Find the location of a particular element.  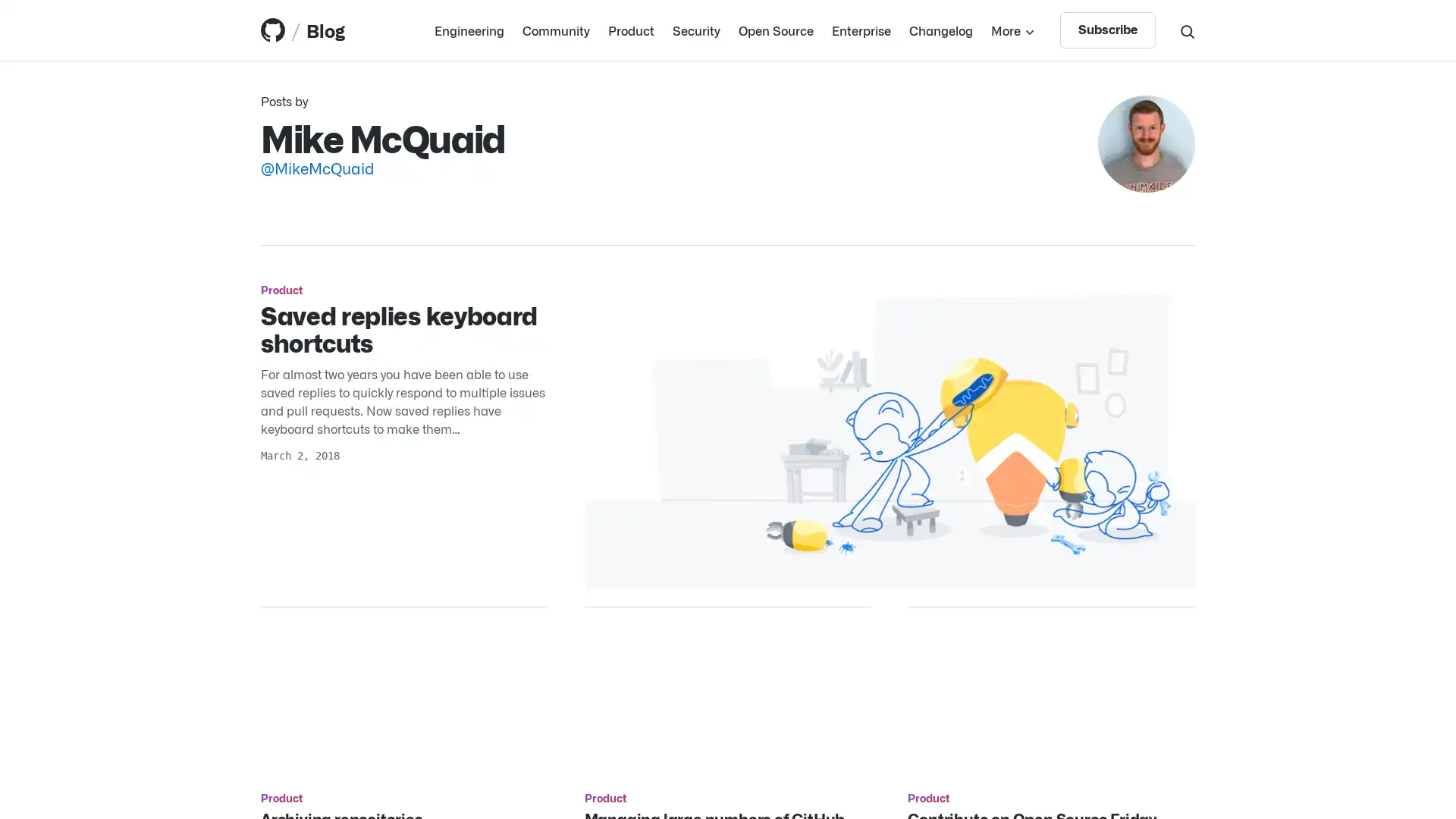

Search toggle is located at coordinates (1186, 29).